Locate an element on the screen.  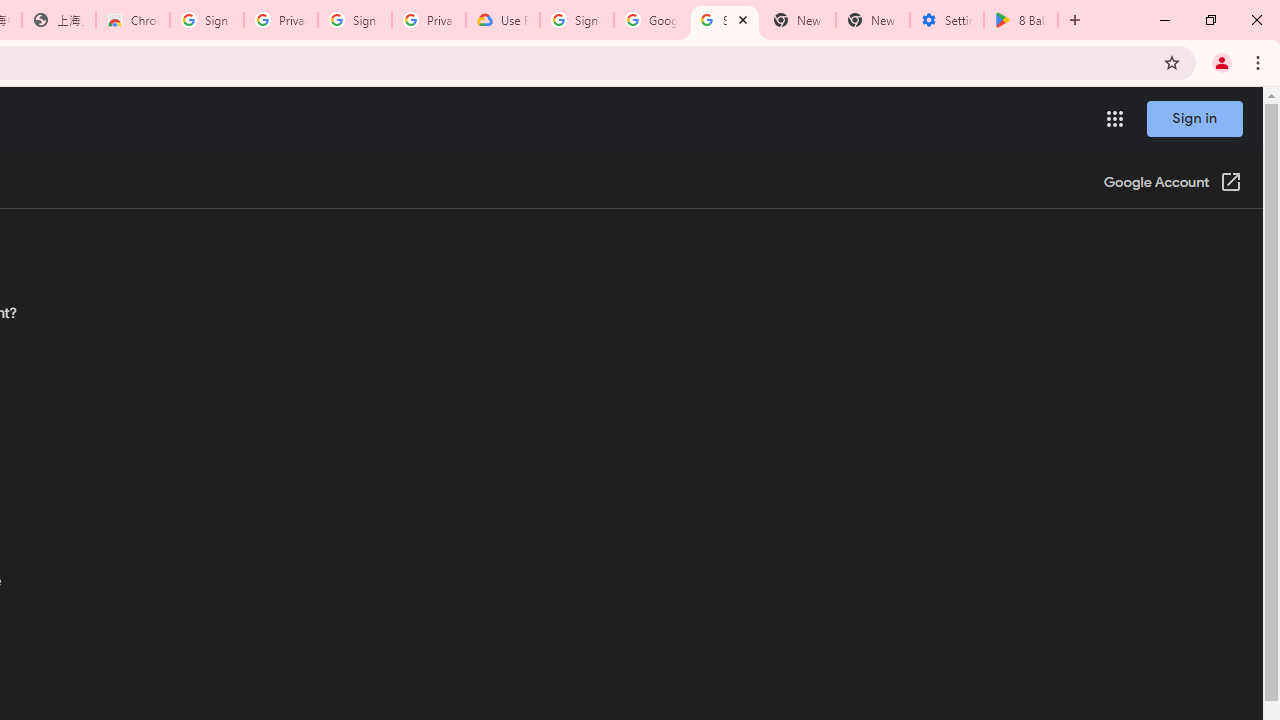
'New Tab' is located at coordinates (872, 20).